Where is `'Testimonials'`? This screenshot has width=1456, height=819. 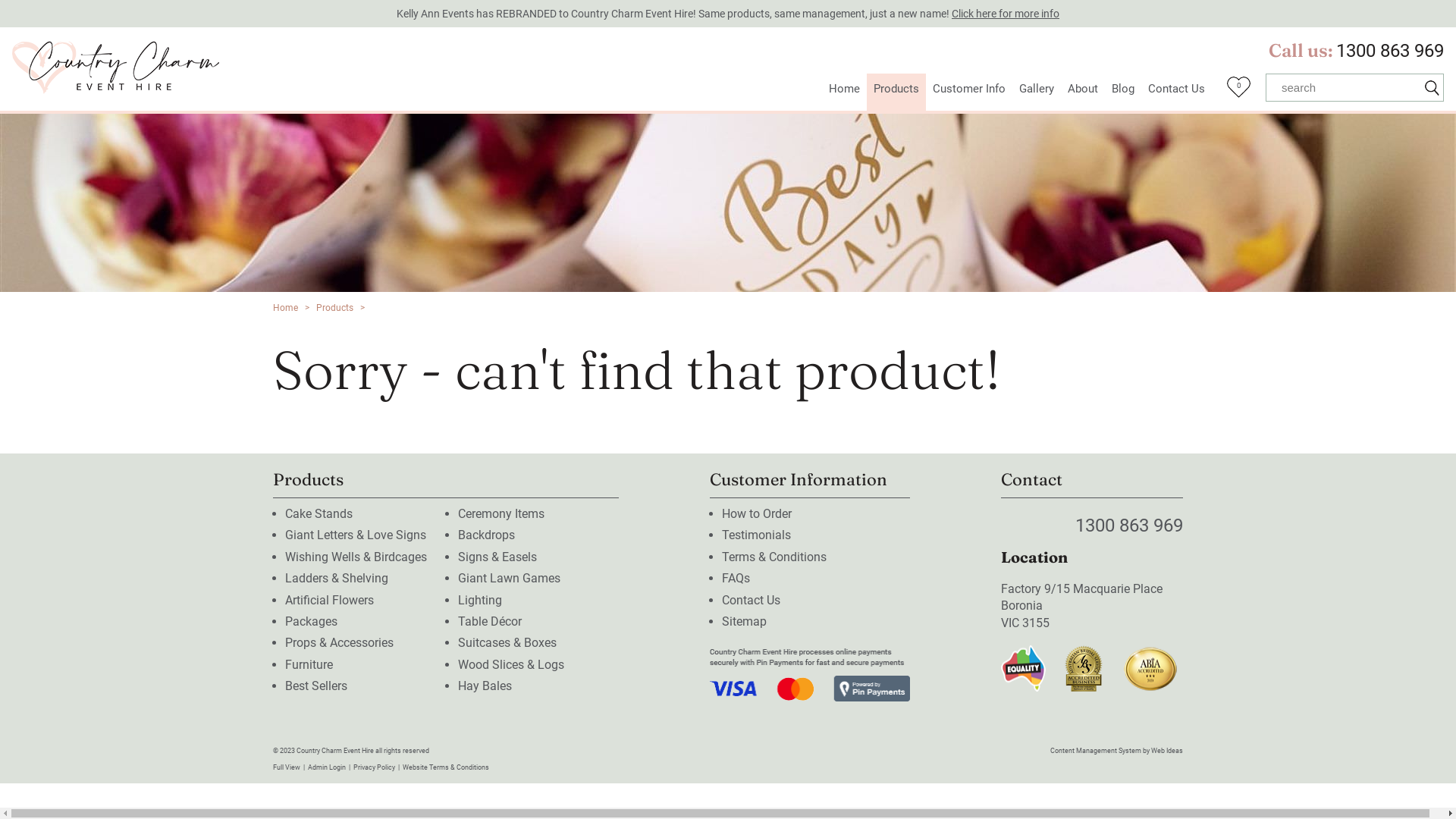 'Testimonials' is located at coordinates (720, 534).